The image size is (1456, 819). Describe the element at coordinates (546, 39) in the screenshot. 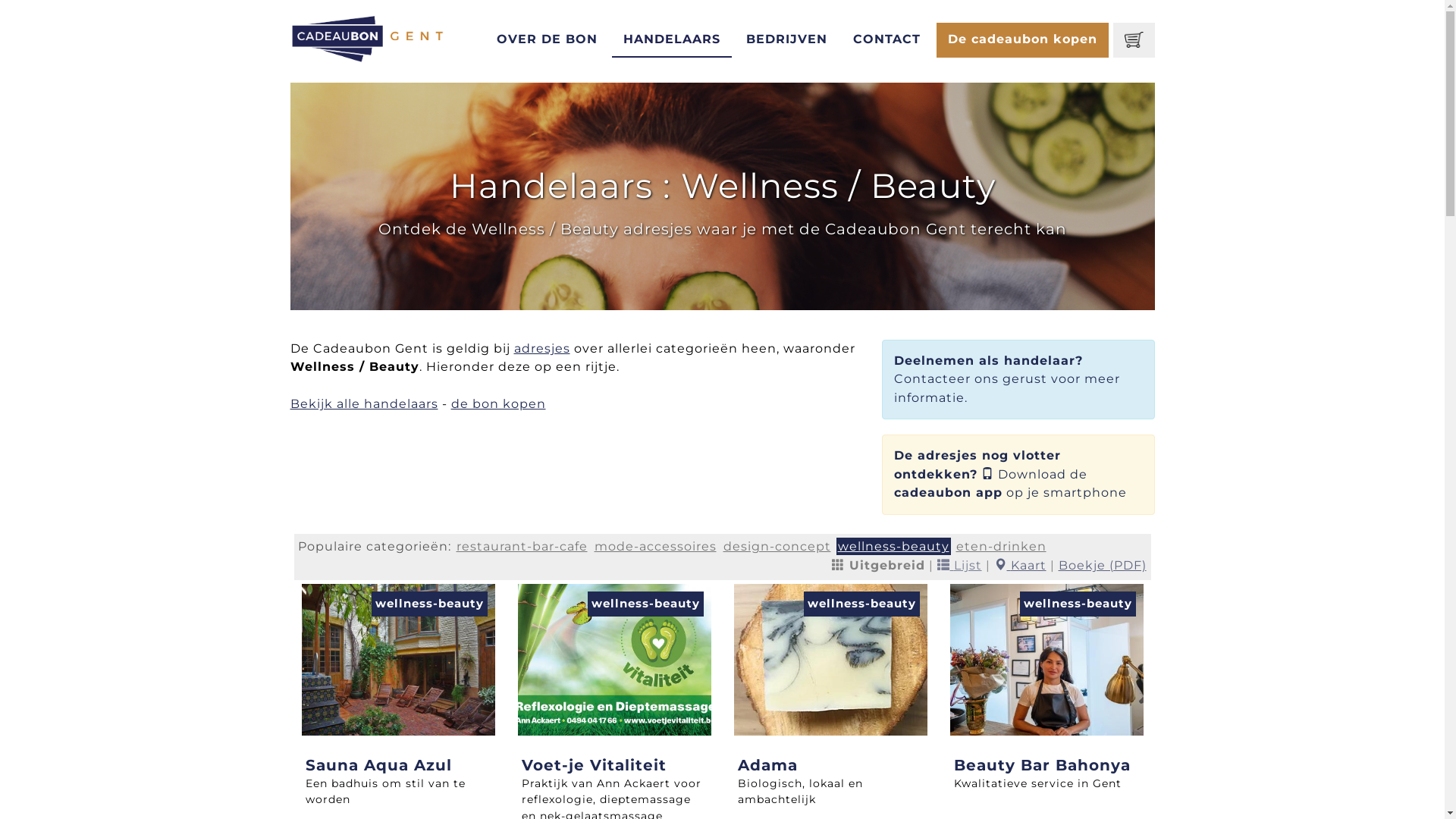

I see `'OVER DE BON'` at that location.